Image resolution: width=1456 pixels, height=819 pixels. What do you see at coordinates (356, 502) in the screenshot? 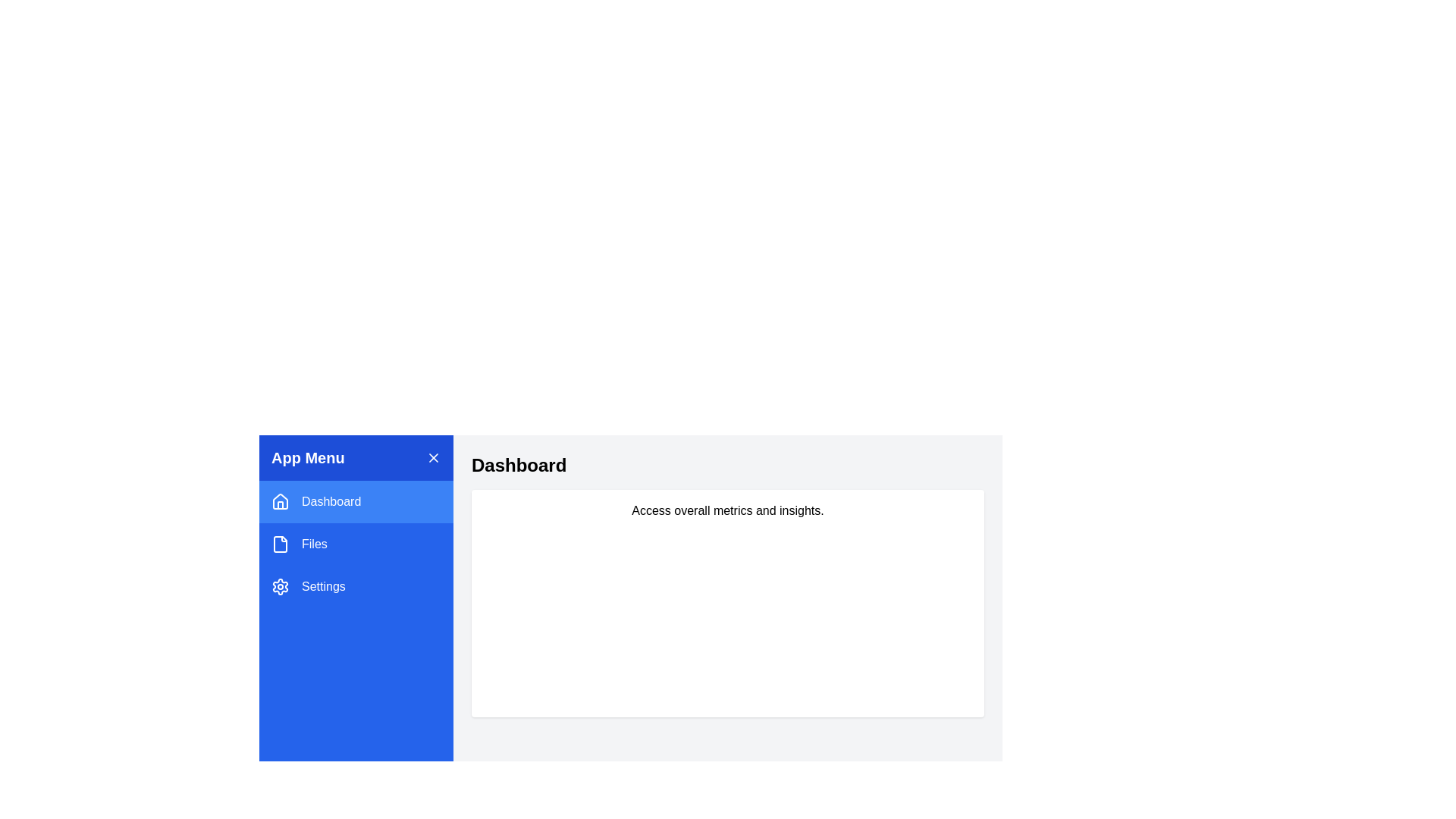
I see `the menu item Dashboard to display its content` at bounding box center [356, 502].